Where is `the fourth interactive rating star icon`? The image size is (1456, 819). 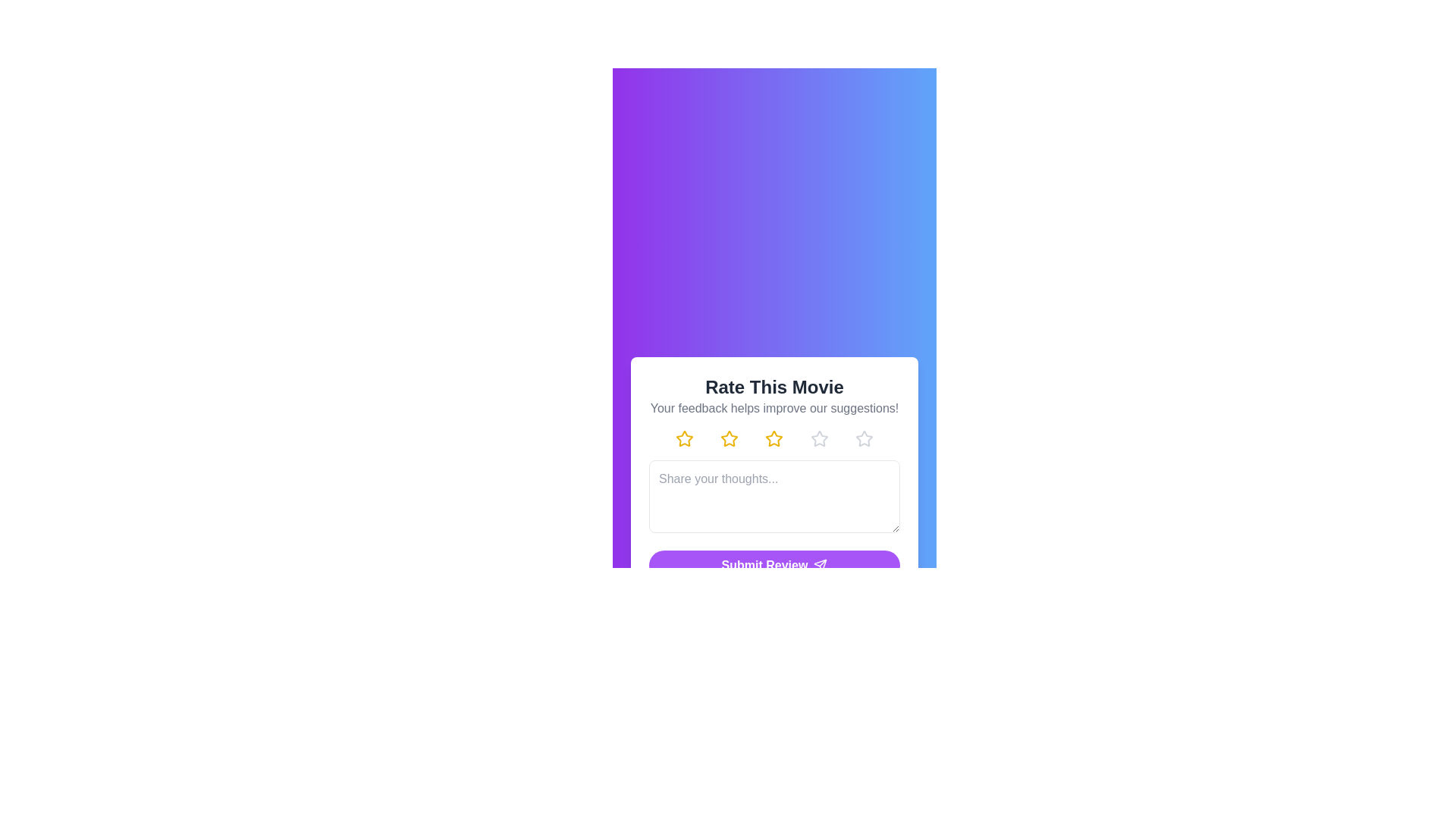 the fourth interactive rating star icon is located at coordinates (818, 438).